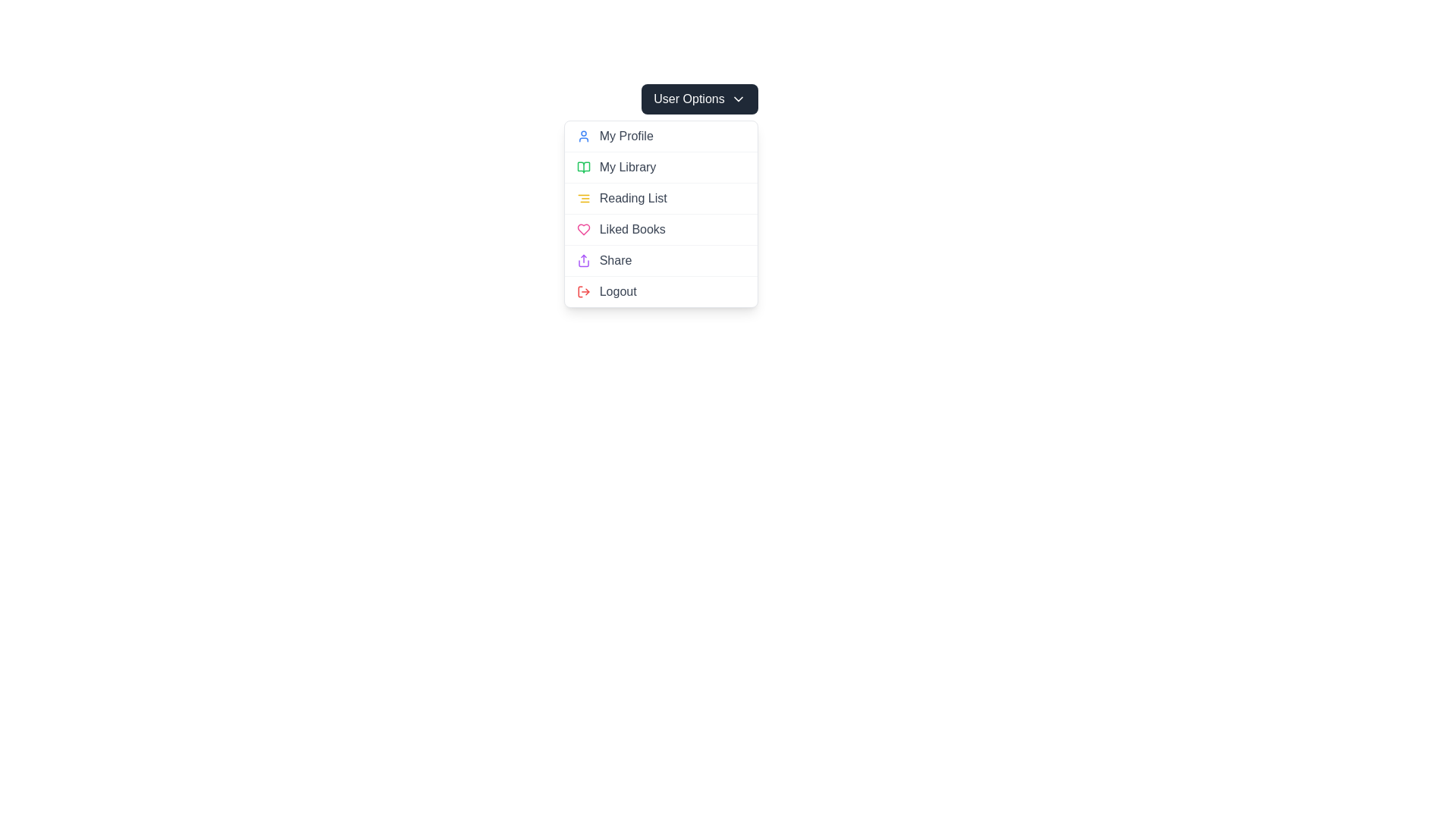 The image size is (1456, 819). What do you see at coordinates (582, 198) in the screenshot?
I see `the decorative or informative icon located in the 'Reading List' row of the dropdown menu, positioned to the left of the text content` at bounding box center [582, 198].